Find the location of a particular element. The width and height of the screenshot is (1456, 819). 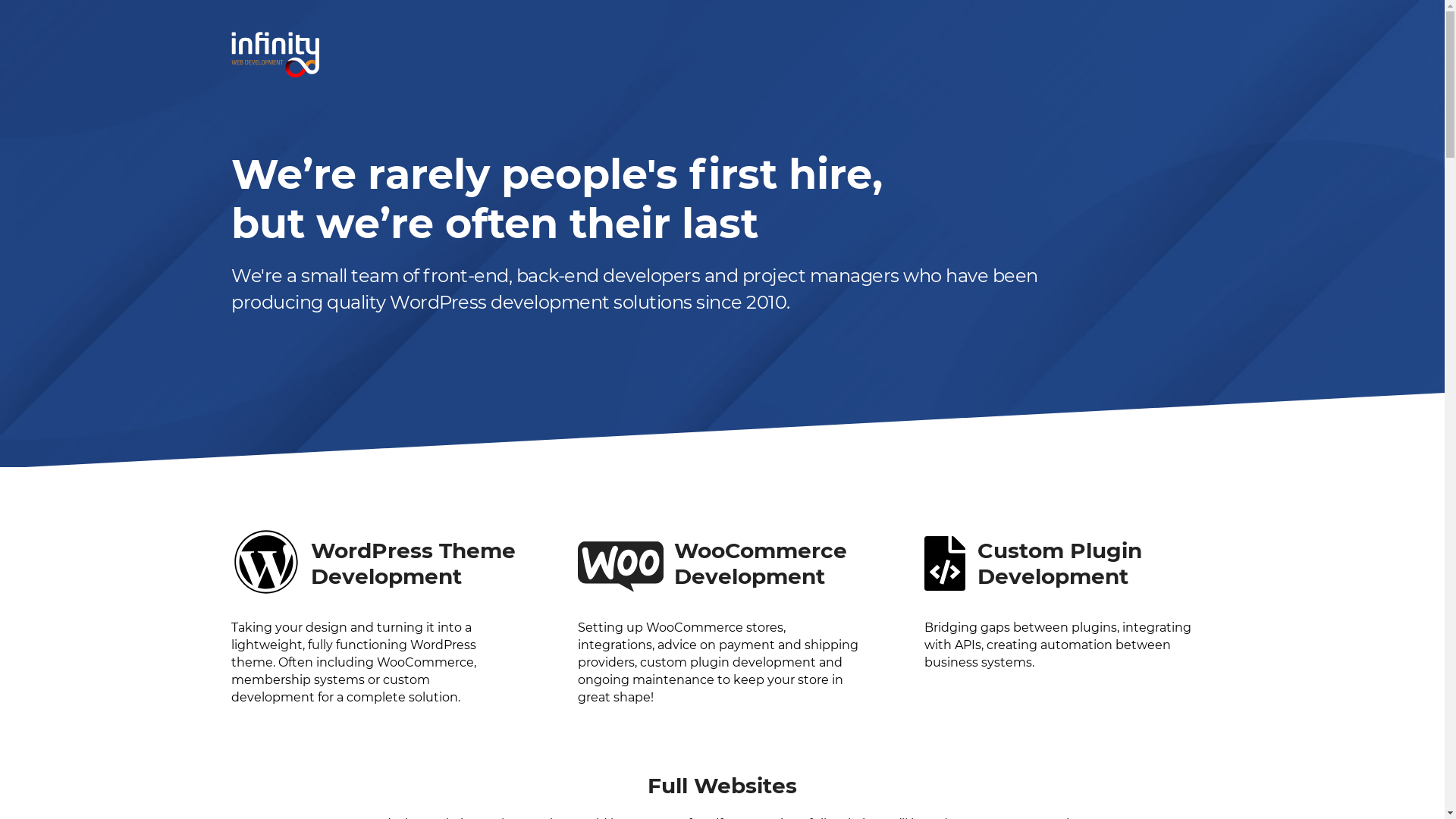

'Infinity Web Development' is located at coordinates (275, 54).